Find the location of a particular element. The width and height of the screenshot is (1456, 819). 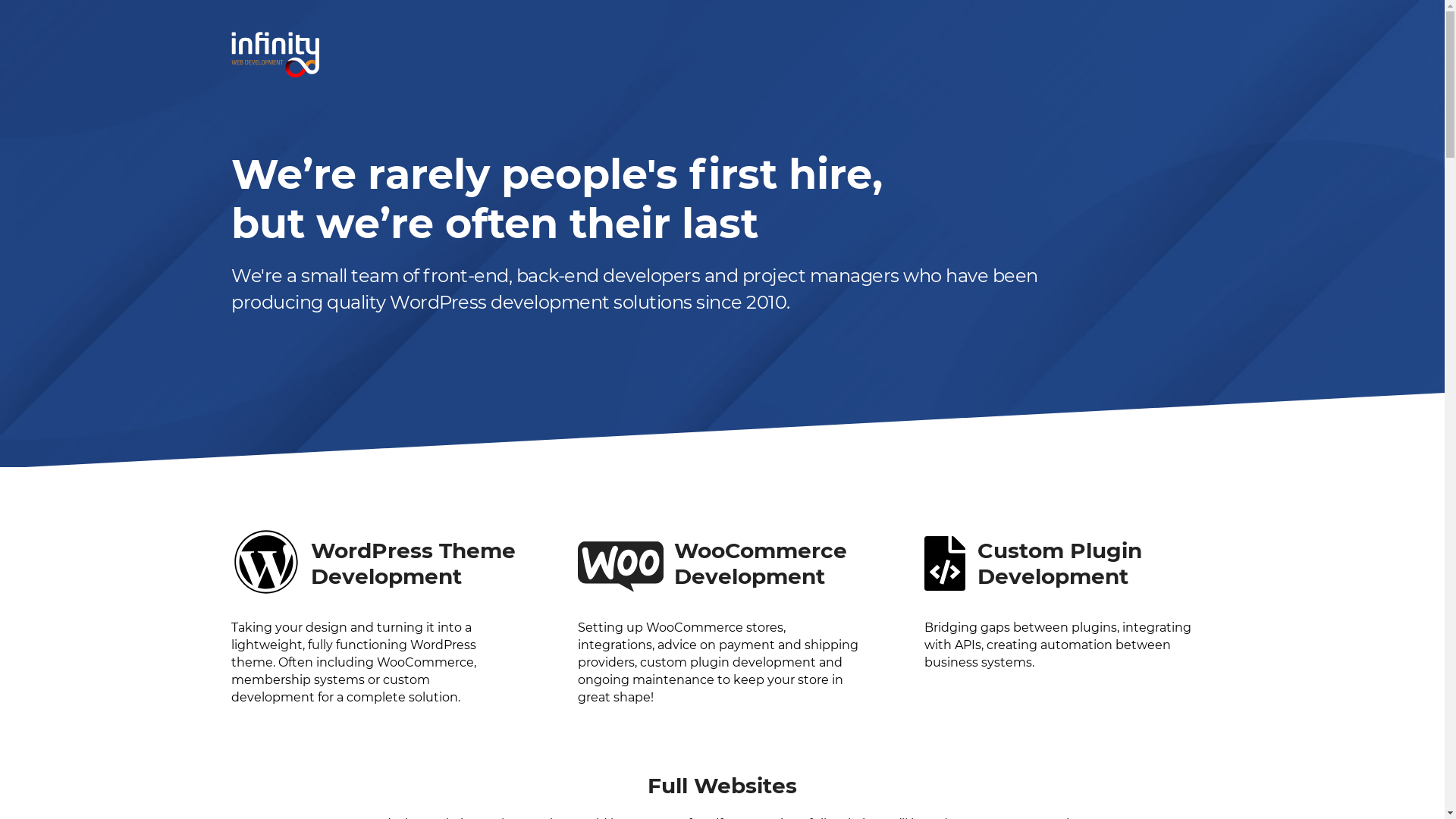

'Infinity Web Development' is located at coordinates (275, 54).